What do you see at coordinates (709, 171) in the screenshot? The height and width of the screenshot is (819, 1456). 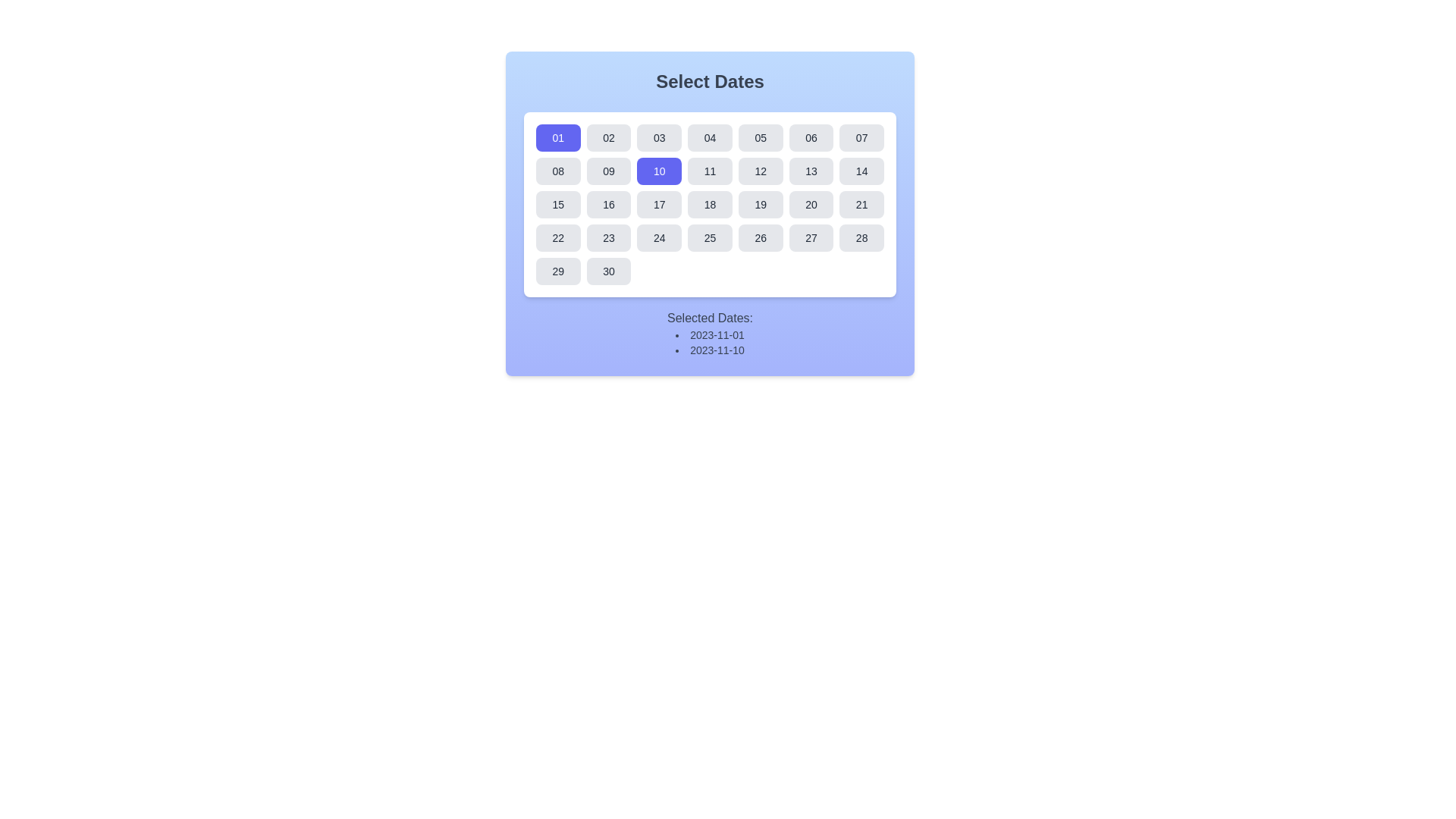 I see `the button labeled '11' in the date selection calendar` at bounding box center [709, 171].